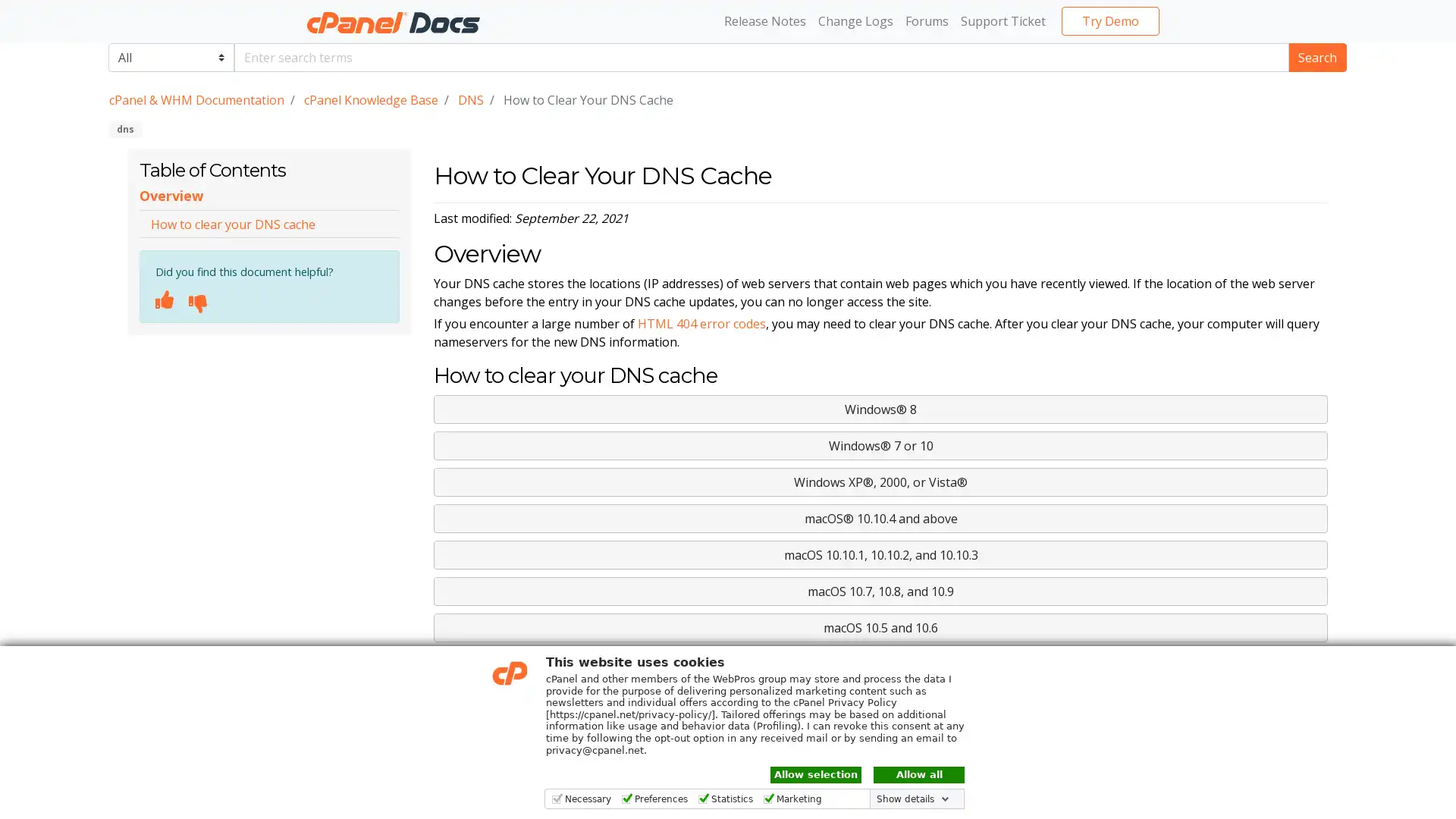 This screenshot has height=819, width=1456. Describe the element at coordinates (880, 482) in the screenshot. I see `Windows XP, 2000, or Vista` at that location.